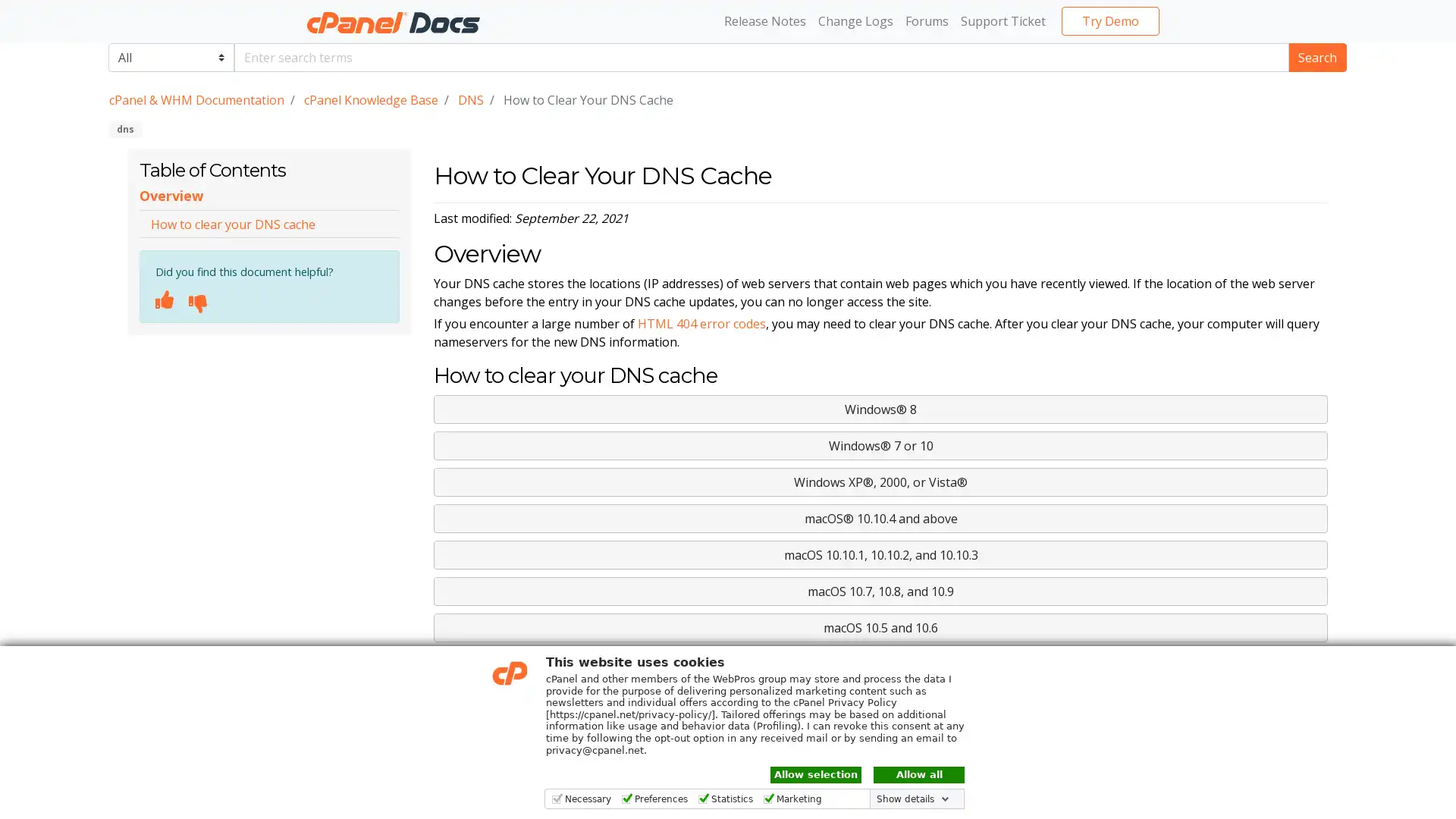 This screenshot has height=819, width=1456. Describe the element at coordinates (880, 482) in the screenshot. I see `Windows XP, 2000, or Vista` at that location.